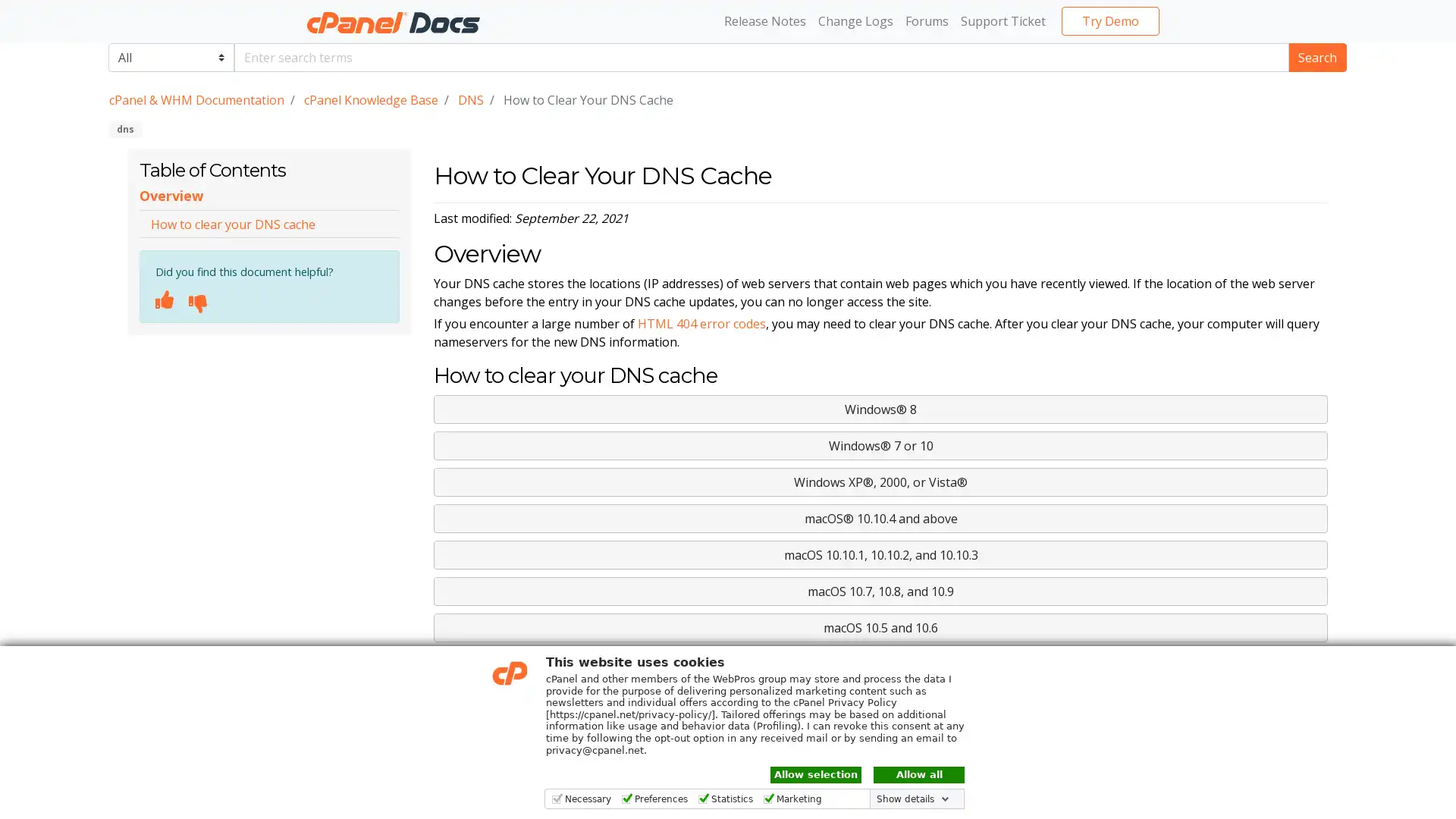 This screenshot has height=819, width=1456. Describe the element at coordinates (880, 482) in the screenshot. I see `Windows XP, 2000, or Vista` at that location.